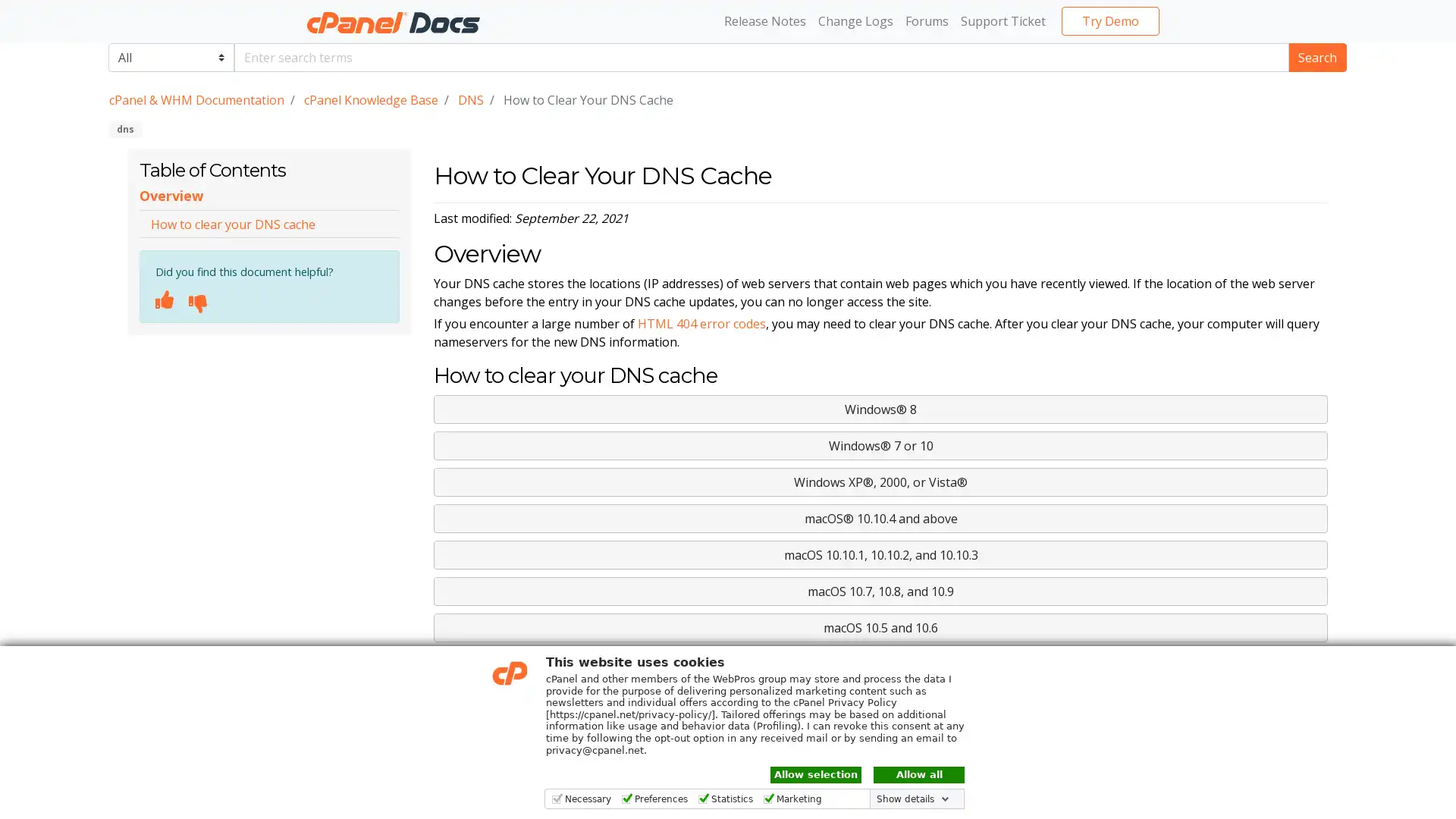 This screenshot has height=819, width=1456. Describe the element at coordinates (880, 482) in the screenshot. I see `Windows XP, 2000, or Vista` at that location.